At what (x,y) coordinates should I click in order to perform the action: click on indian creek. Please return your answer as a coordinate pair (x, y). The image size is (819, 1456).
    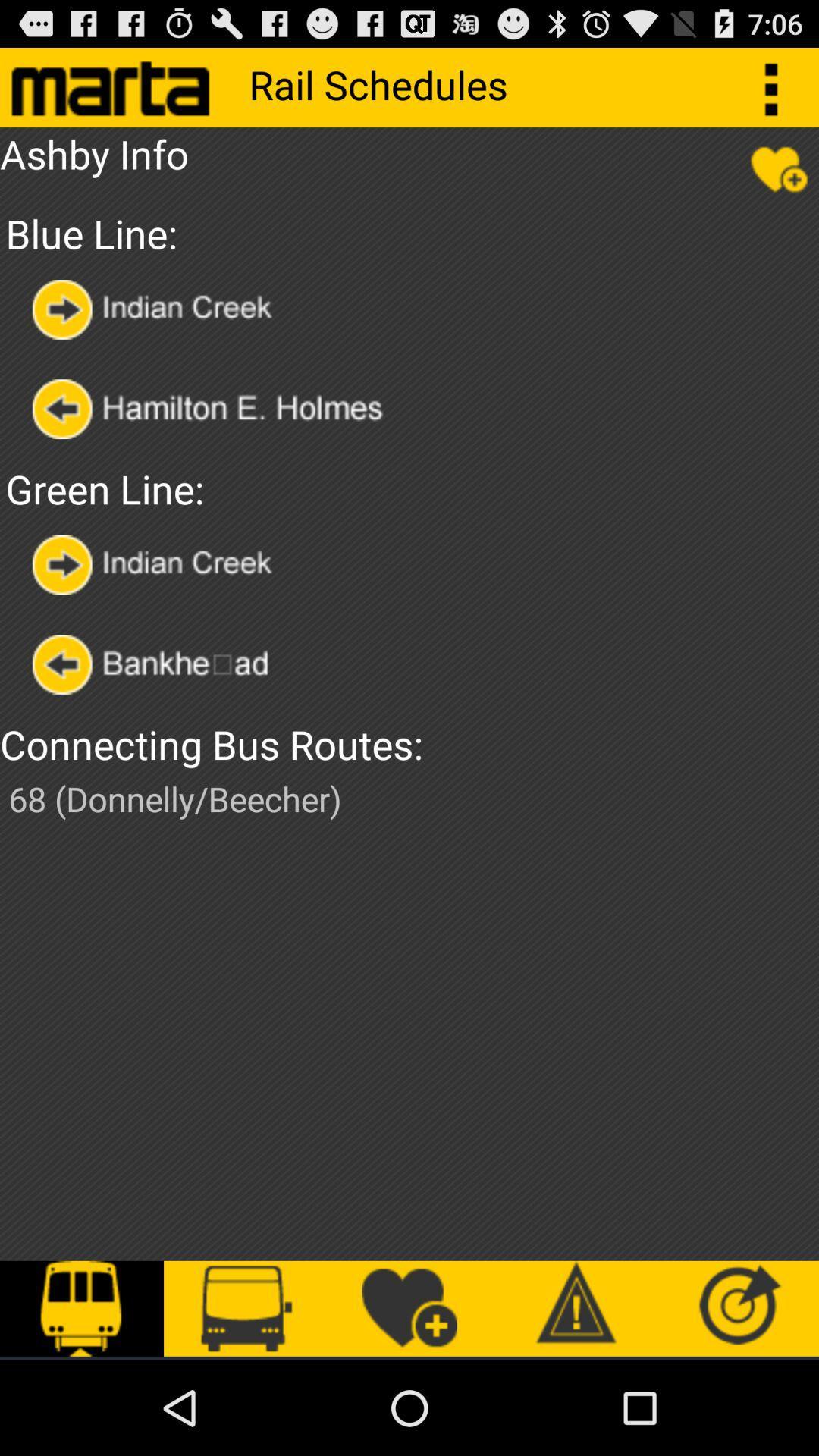
    Looking at the image, I should click on (157, 564).